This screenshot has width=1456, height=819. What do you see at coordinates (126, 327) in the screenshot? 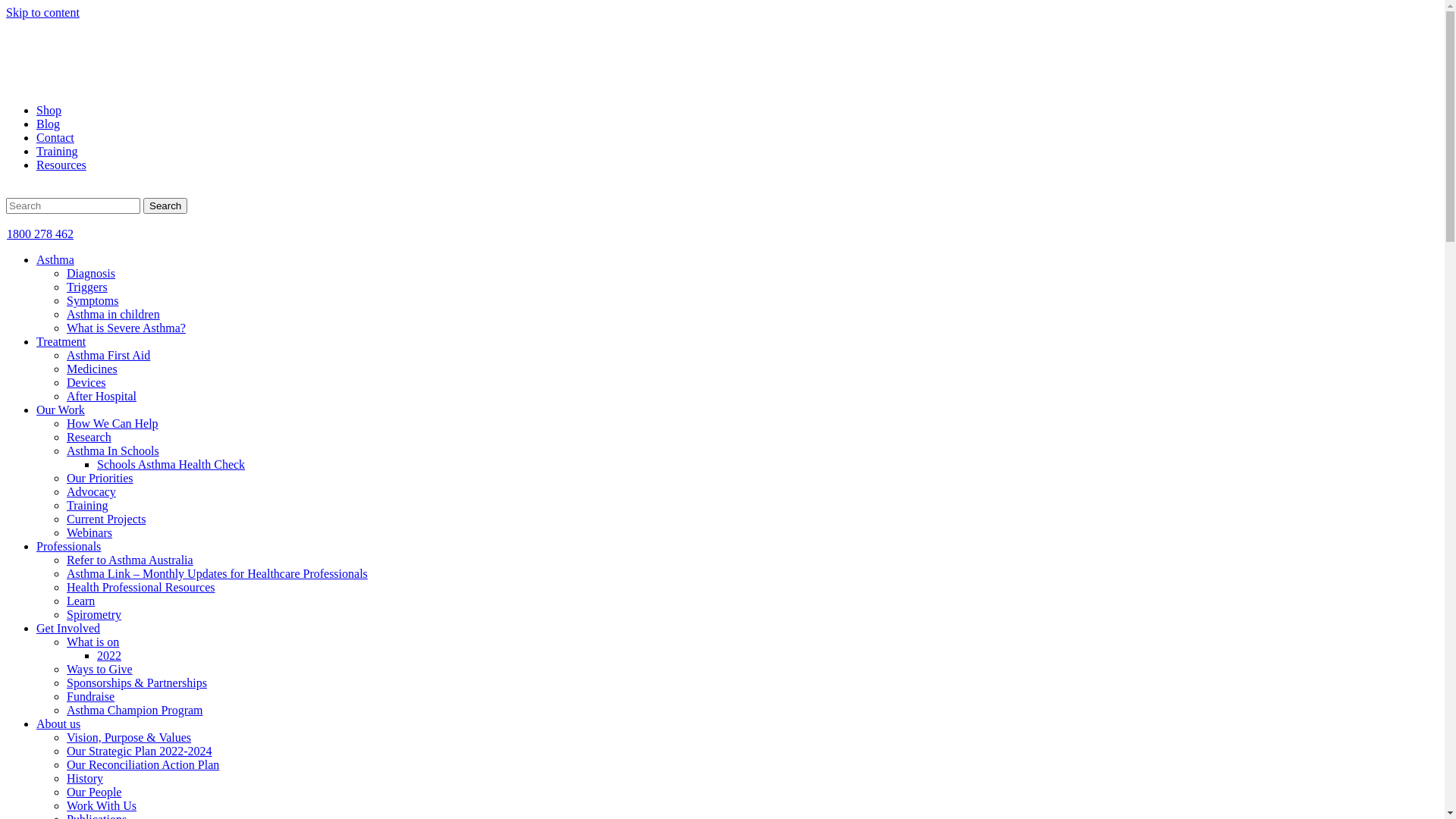
I see `'What is Severe Asthma?'` at bounding box center [126, 327].